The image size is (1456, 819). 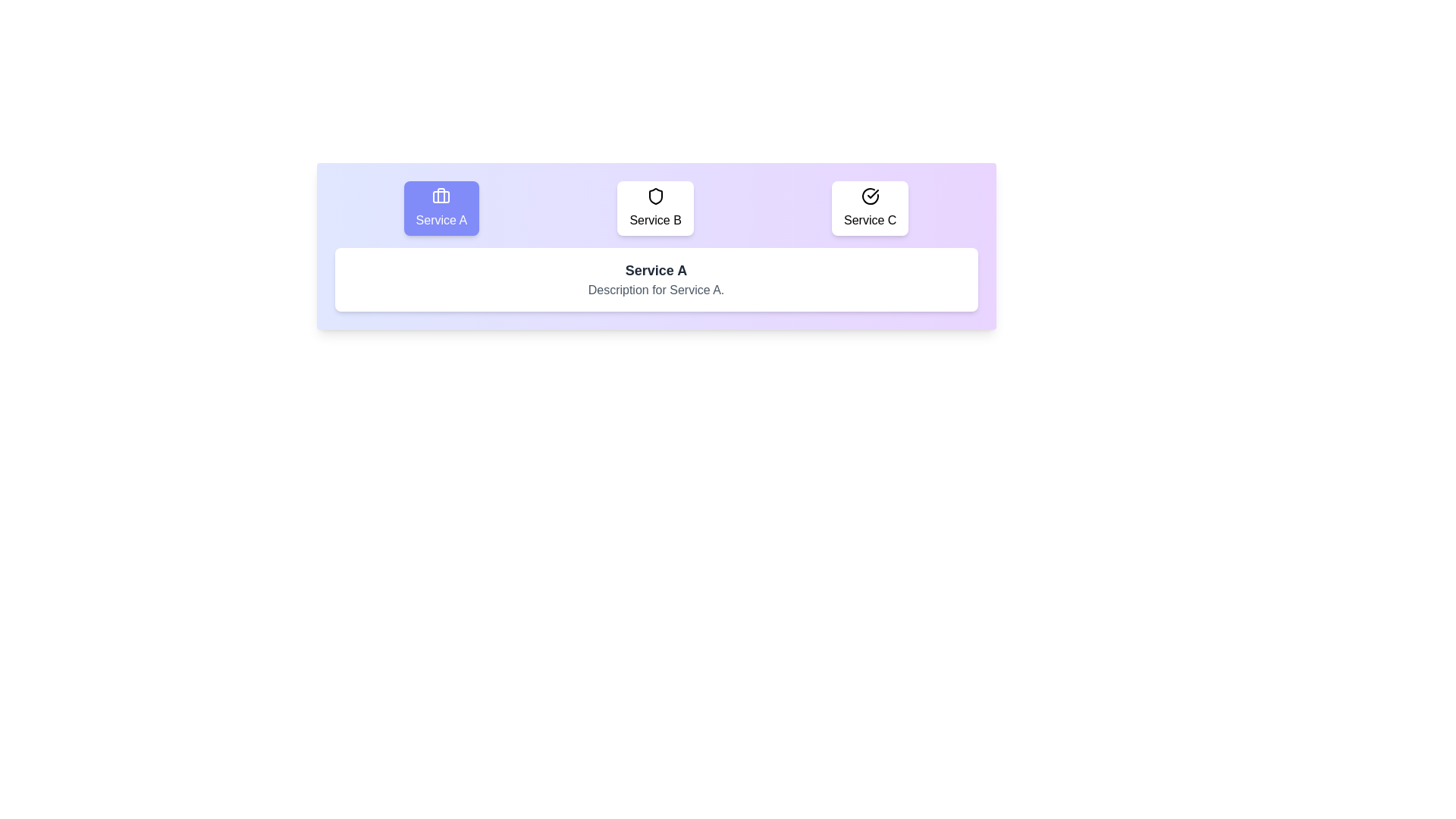 What do you see at coordinates (655, 208) in the screenshot?
I see `the 'Service B' button, which is a rectangular button with a shield icon, located at the center of the group of three buttons` at bounding box center [655, 208].